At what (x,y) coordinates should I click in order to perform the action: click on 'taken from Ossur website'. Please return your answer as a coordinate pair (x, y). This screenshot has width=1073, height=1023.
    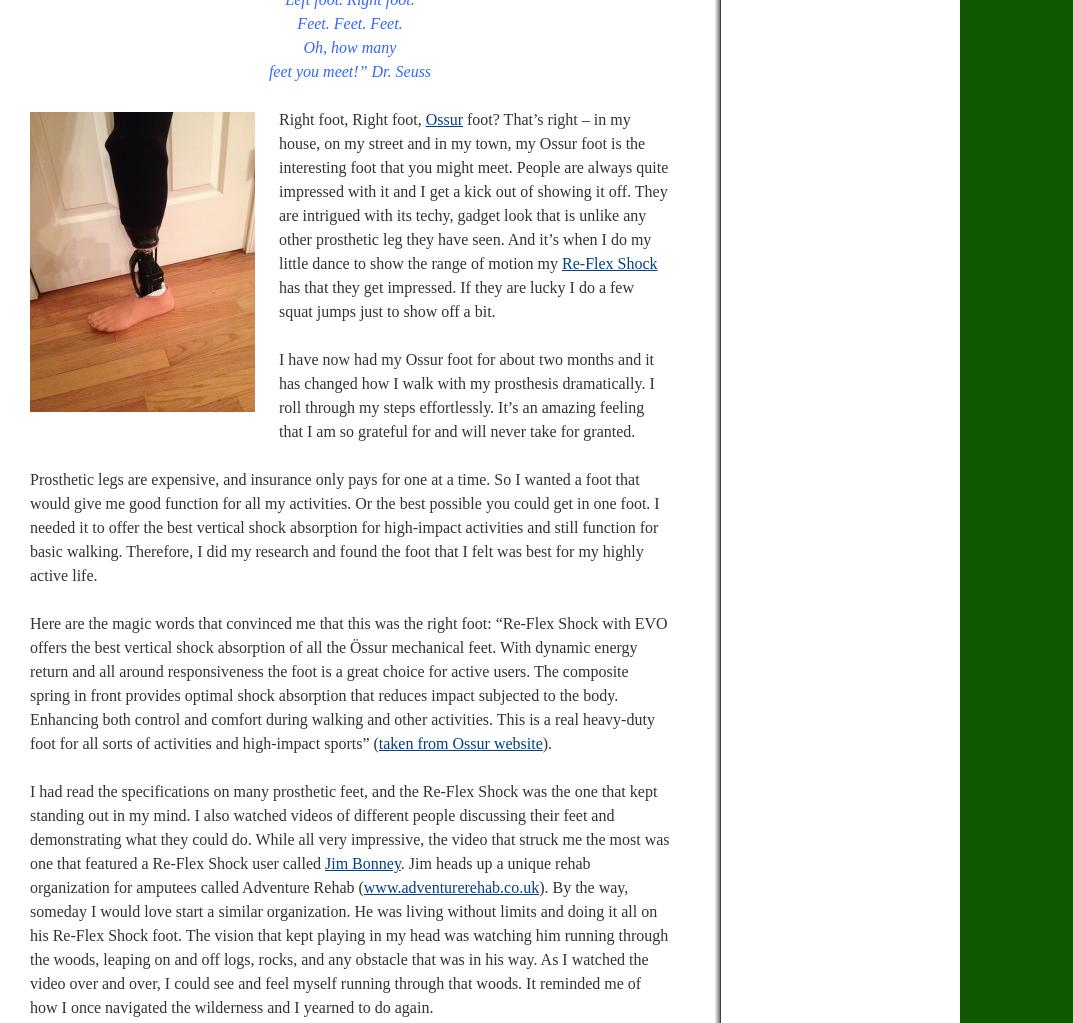
    Looking at the image, I should click on (459, 743).